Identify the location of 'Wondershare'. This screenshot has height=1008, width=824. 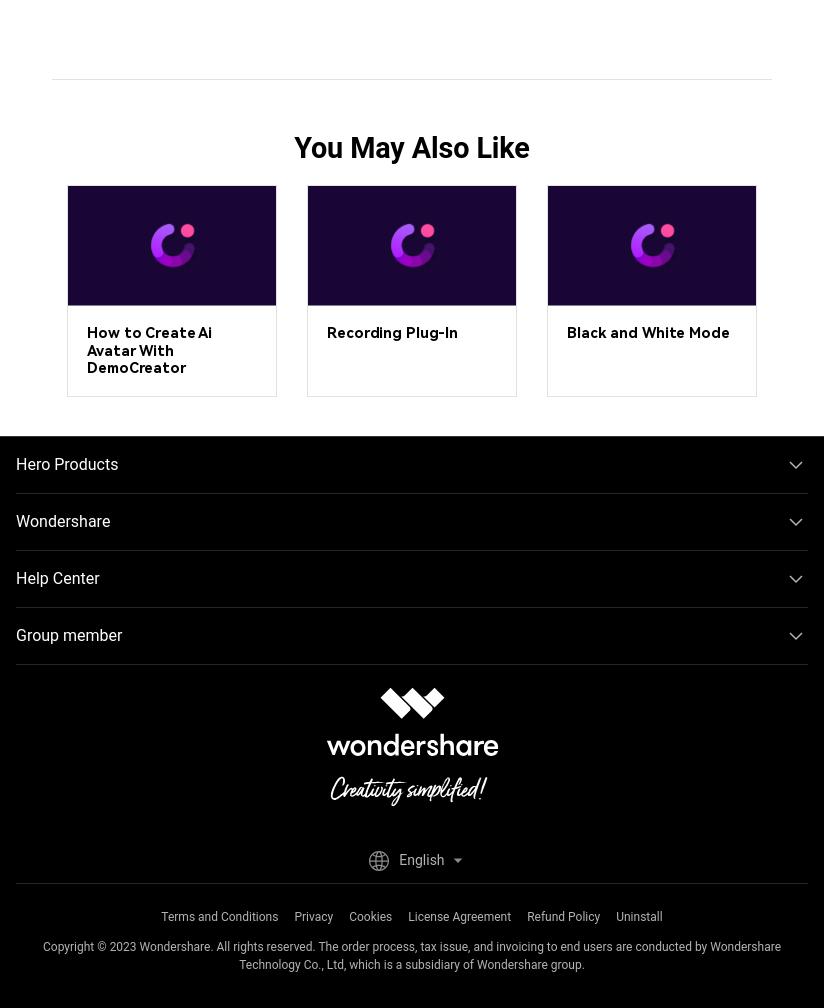
(63, 520).